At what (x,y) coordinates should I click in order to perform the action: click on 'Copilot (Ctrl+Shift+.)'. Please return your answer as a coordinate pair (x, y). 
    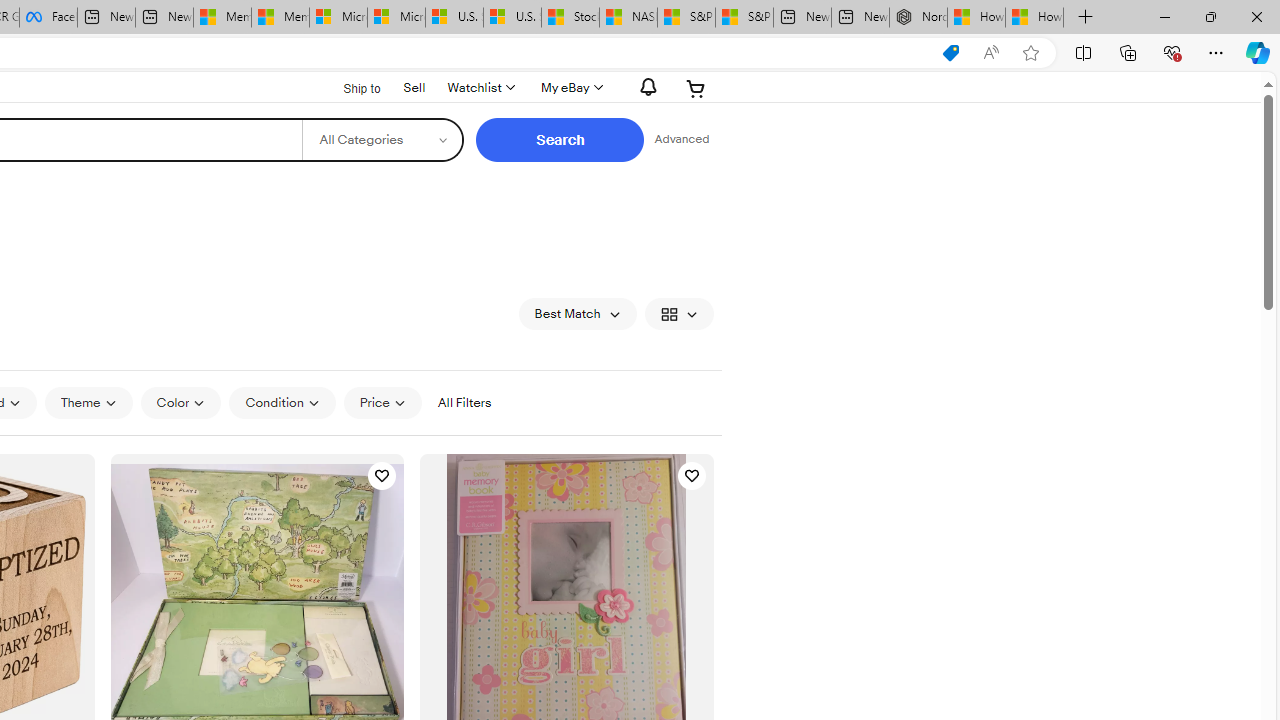
    Looking at the image, I should click on (1257, 51).